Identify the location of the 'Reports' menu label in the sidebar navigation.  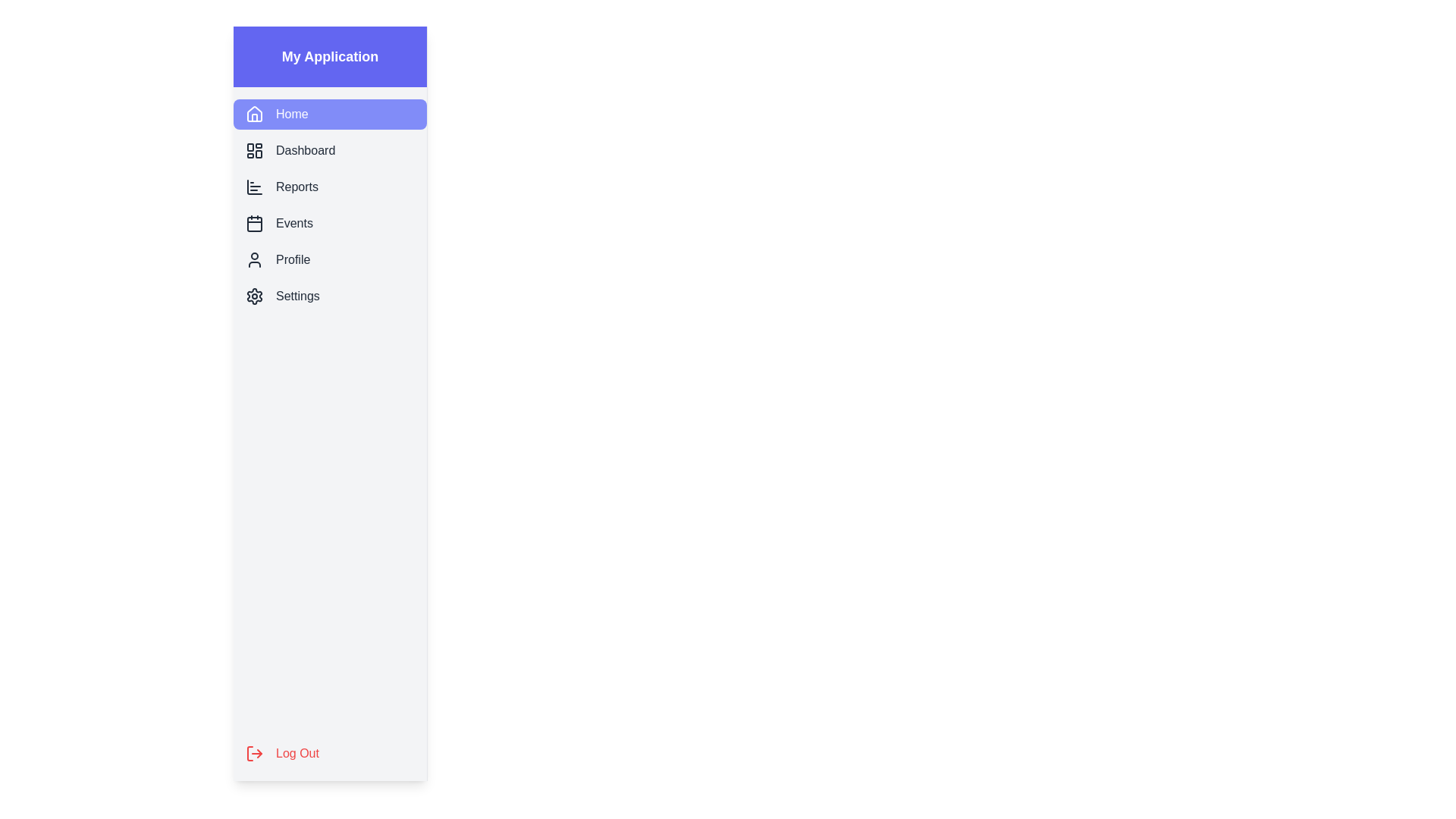
(297, 186).